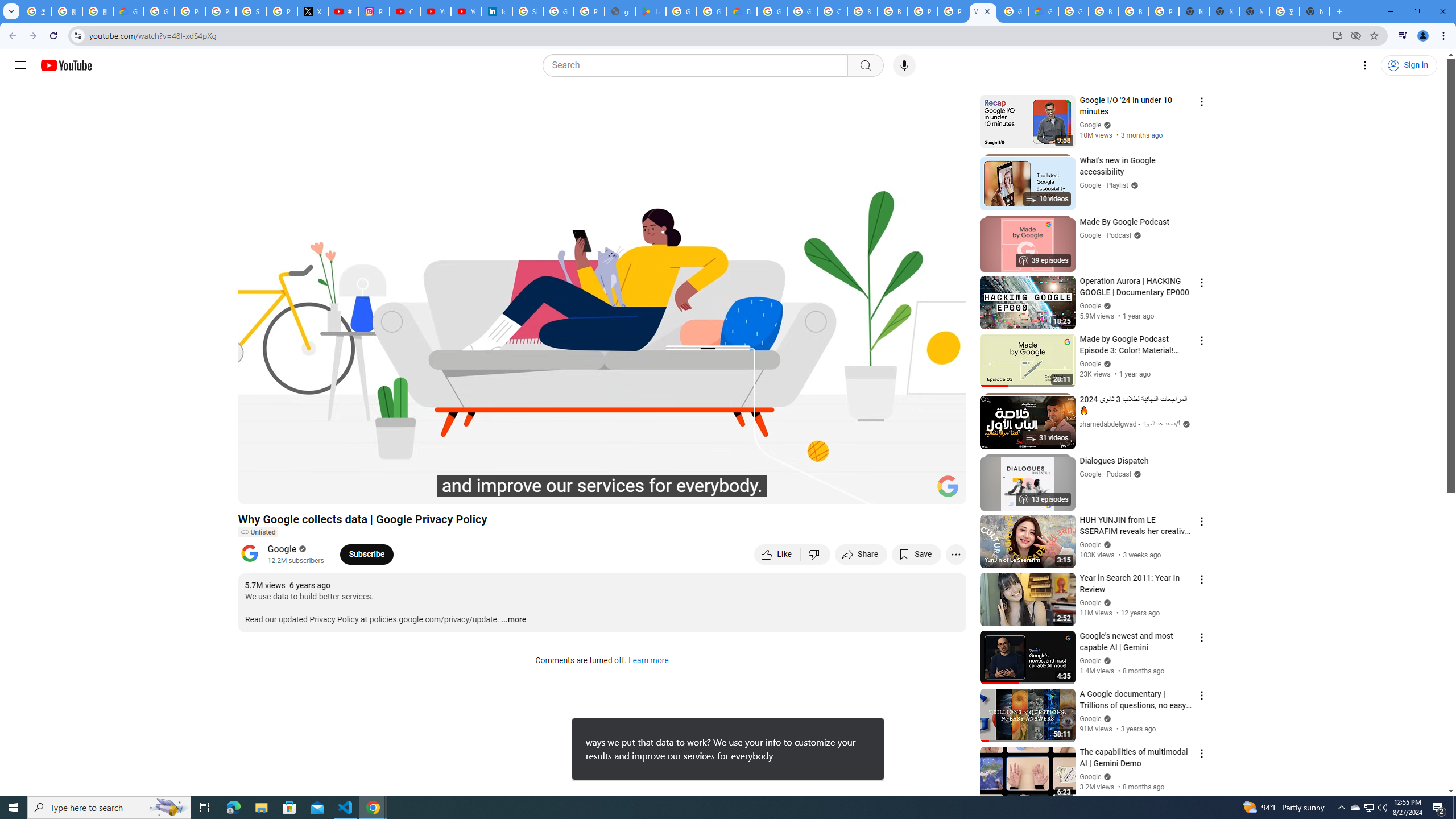 Image resolution: width=1456 pixels, height=819 pixels. Describe the element at coordinates (221, 11) in the screenshot. I see `'Privacy Help Center - Policies Help'` at that location.